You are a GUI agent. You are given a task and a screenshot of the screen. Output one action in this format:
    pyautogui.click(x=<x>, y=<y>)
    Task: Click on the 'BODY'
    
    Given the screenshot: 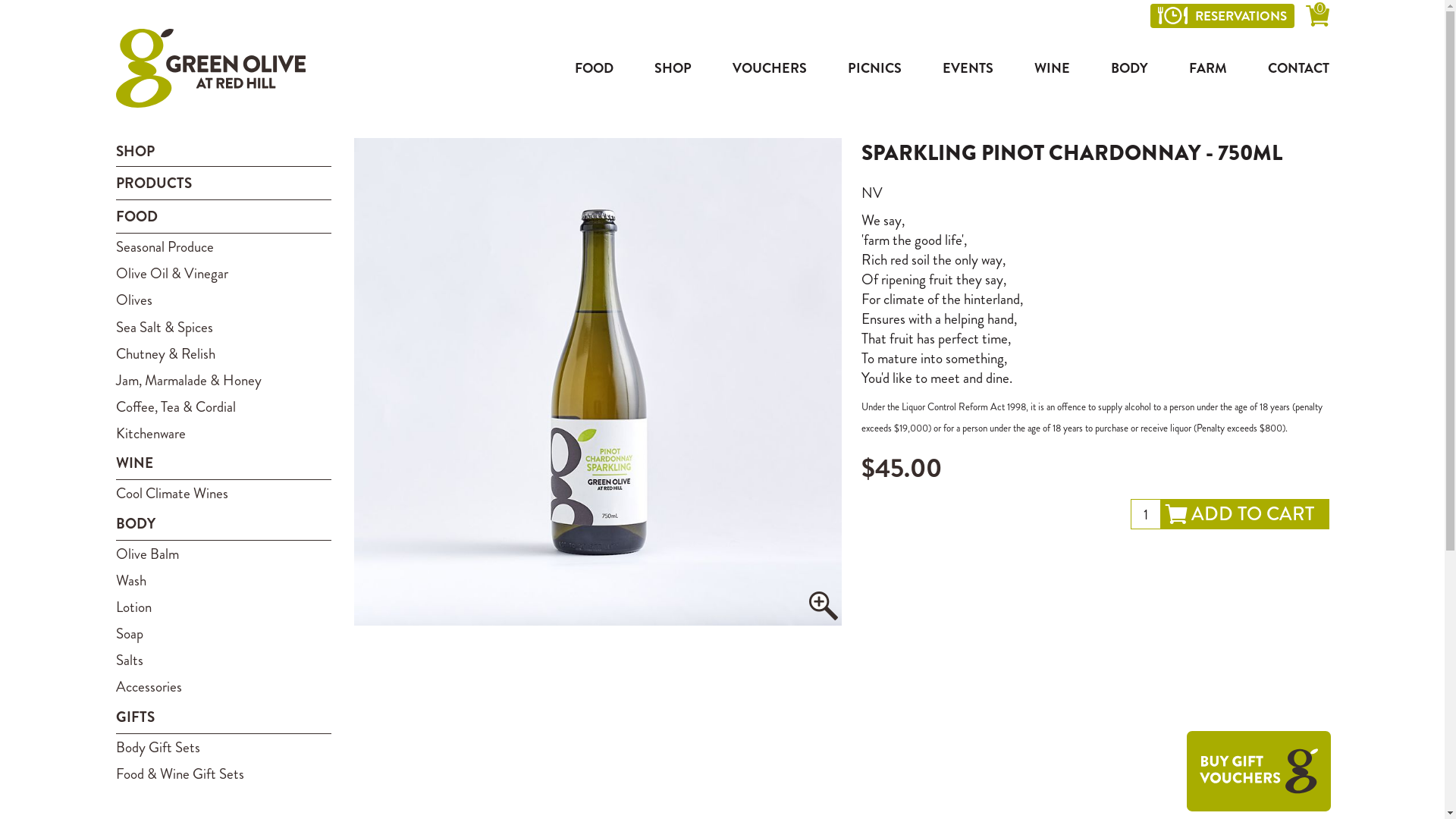 What is the action you would take?
    pyautogui.click(x=1128, y=67)
    